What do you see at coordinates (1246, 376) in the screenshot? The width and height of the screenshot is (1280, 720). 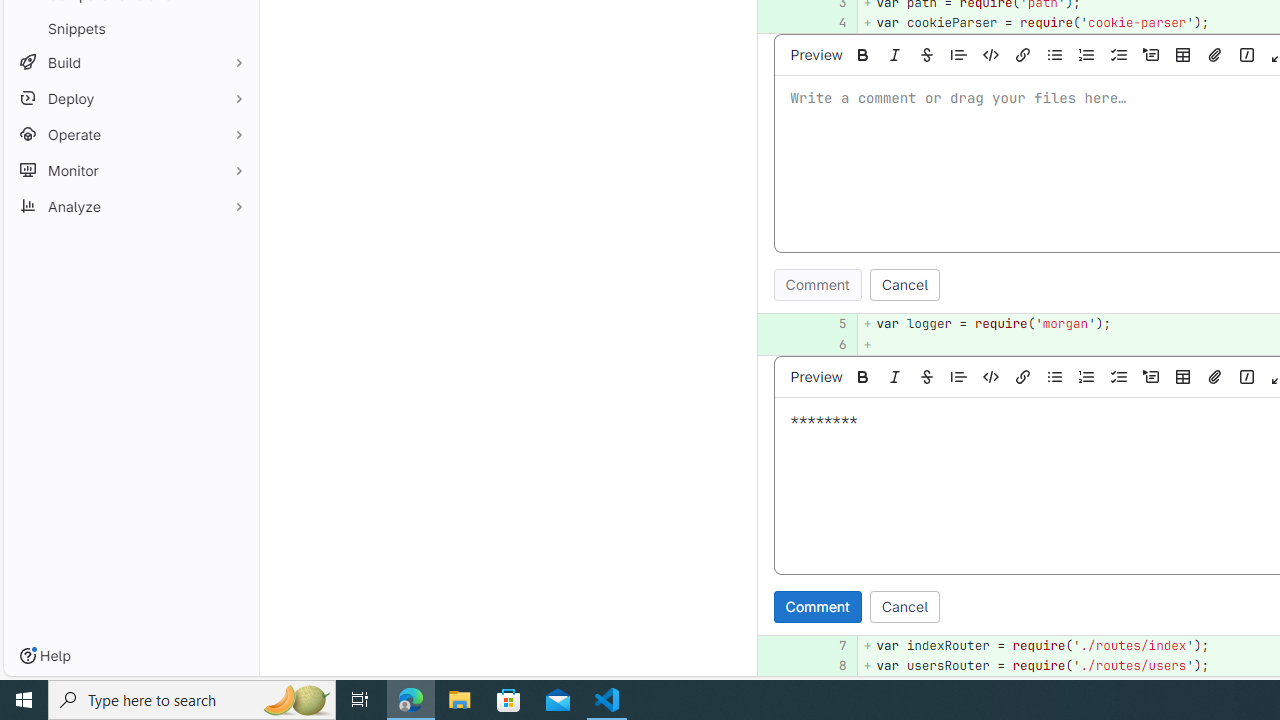 I see `'Add a quick action'` at bounding box center [1246, 376].